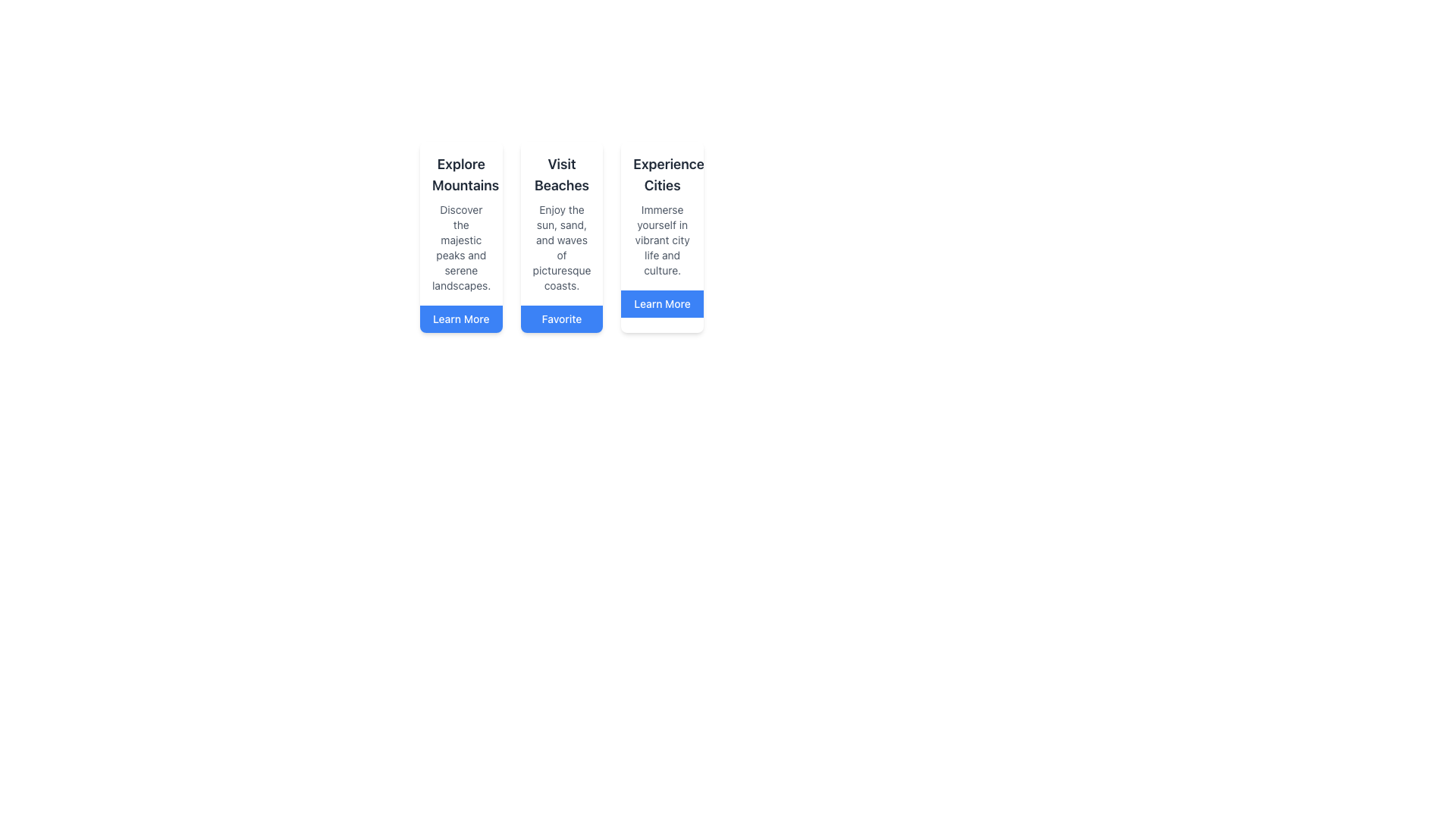 The width and height of the screenshot is (1456, 819). I want to click on the button located at the bottom of the 'Experience Cities' card, so click(662, 304).